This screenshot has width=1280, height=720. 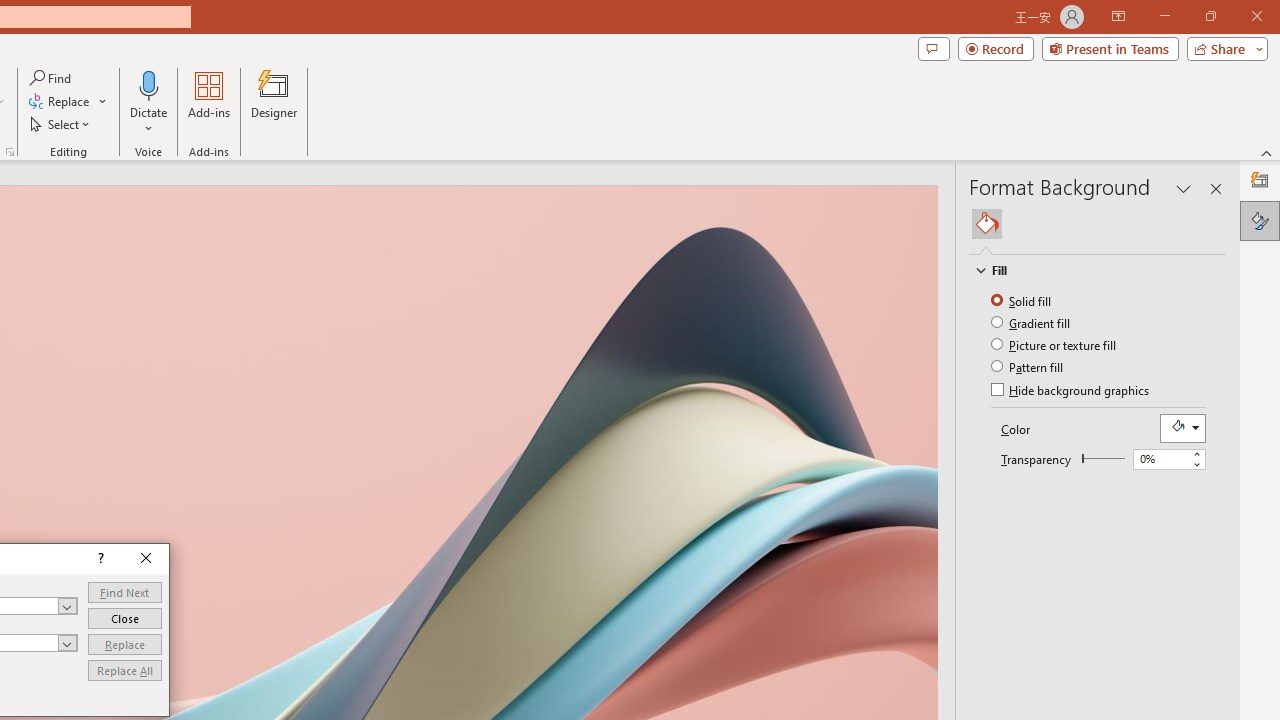 I want to click on 'Replace All', so click(x=123, y=670).